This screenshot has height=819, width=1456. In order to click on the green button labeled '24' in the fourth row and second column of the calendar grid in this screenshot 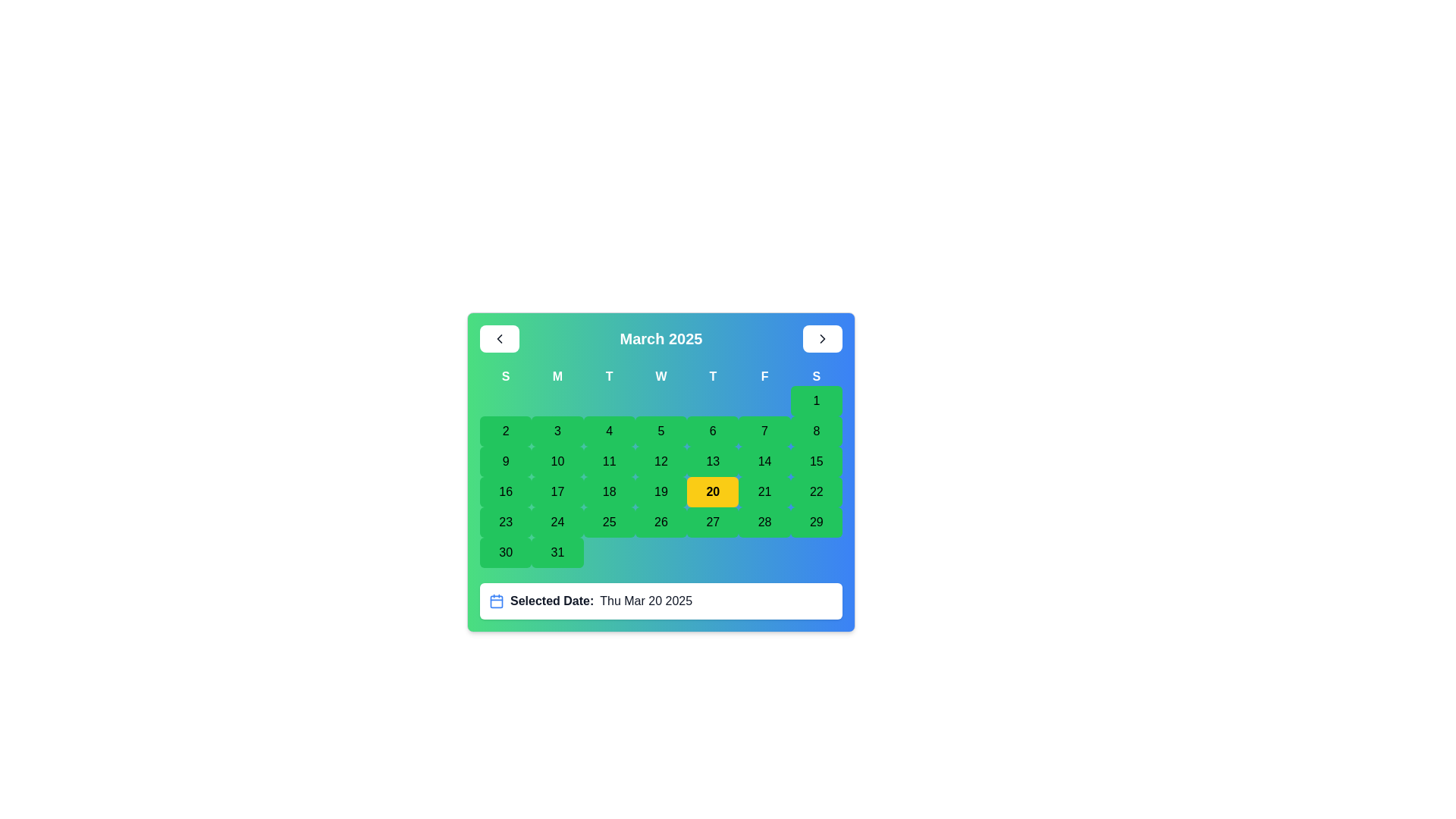, I will do `click(557, 522)`.